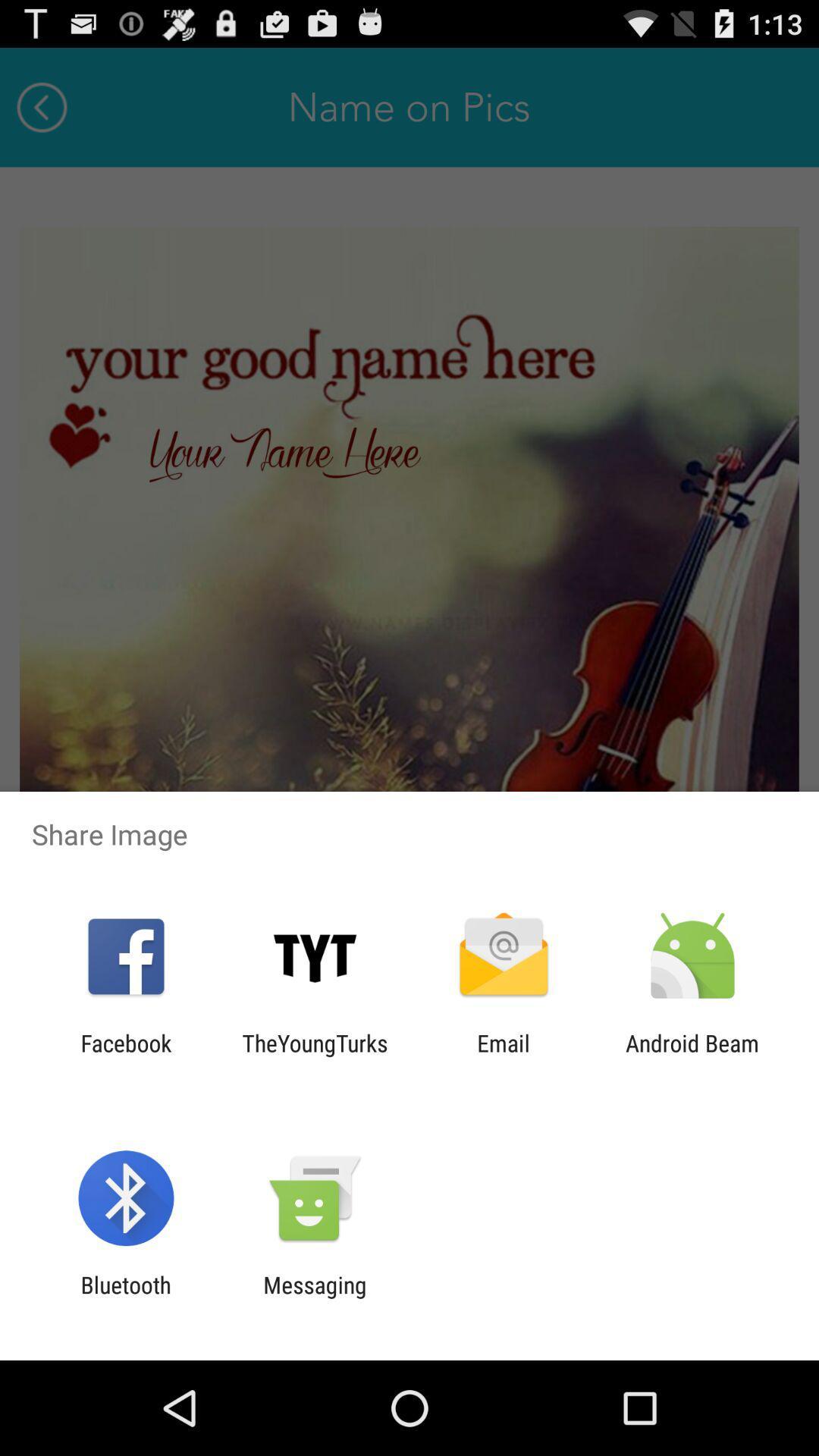  I want to click on the email item, so click(504, 1056).